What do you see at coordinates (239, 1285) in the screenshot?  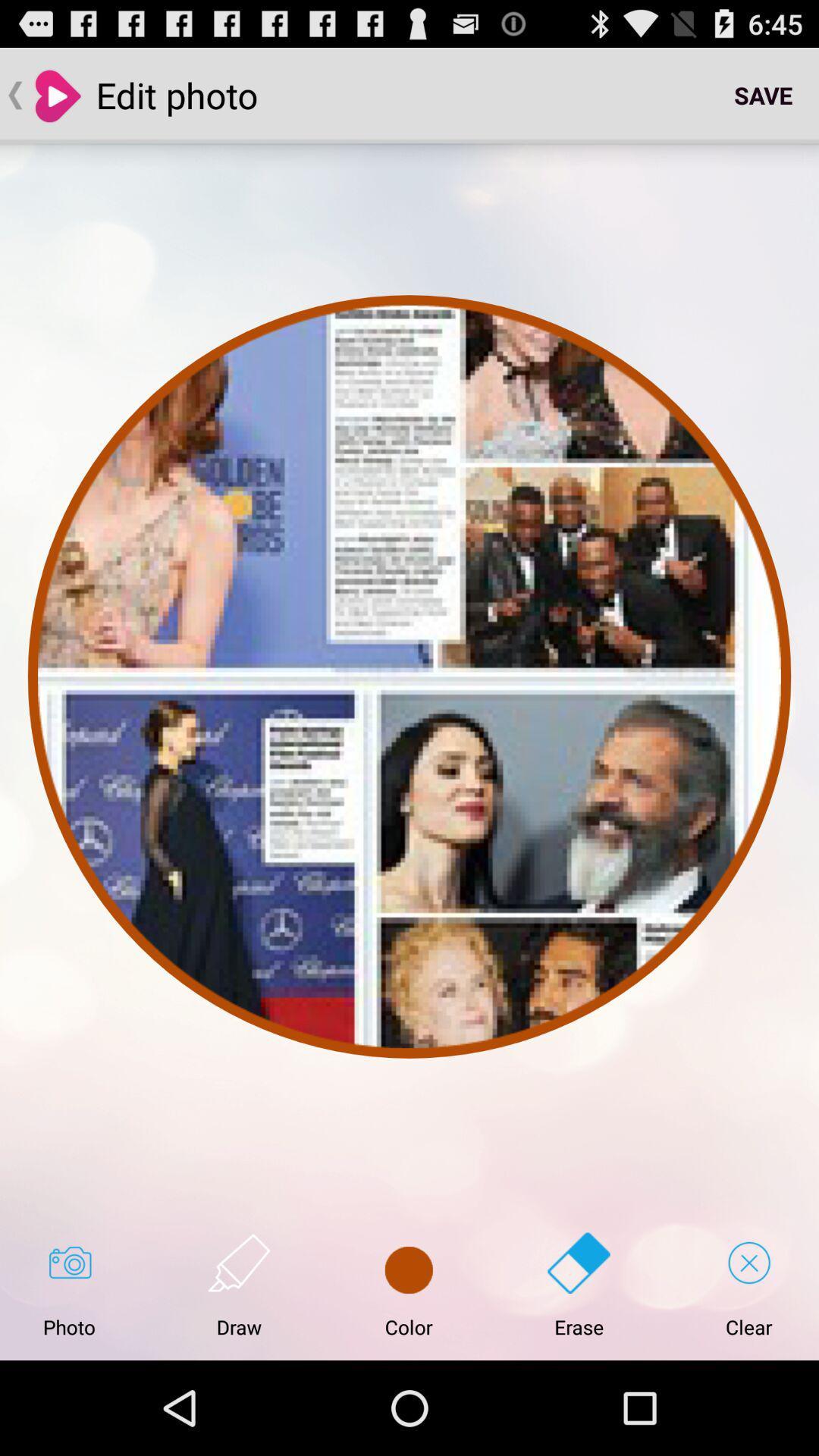 I see `item to the left of the color item` at bounding box center [239, 1285].